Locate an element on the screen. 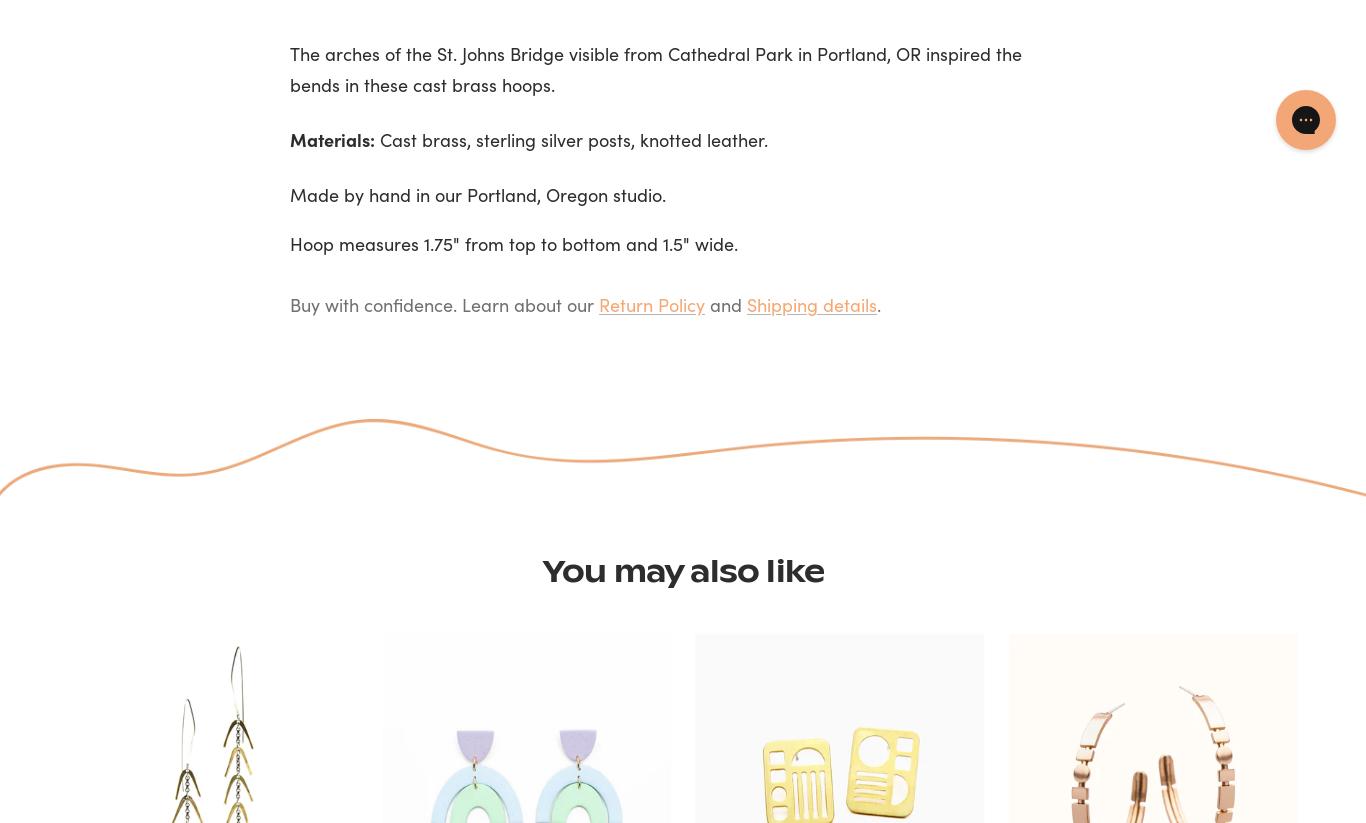 The image size is (1366, 823). 'Decline' is located at coordinates (1101, 83).